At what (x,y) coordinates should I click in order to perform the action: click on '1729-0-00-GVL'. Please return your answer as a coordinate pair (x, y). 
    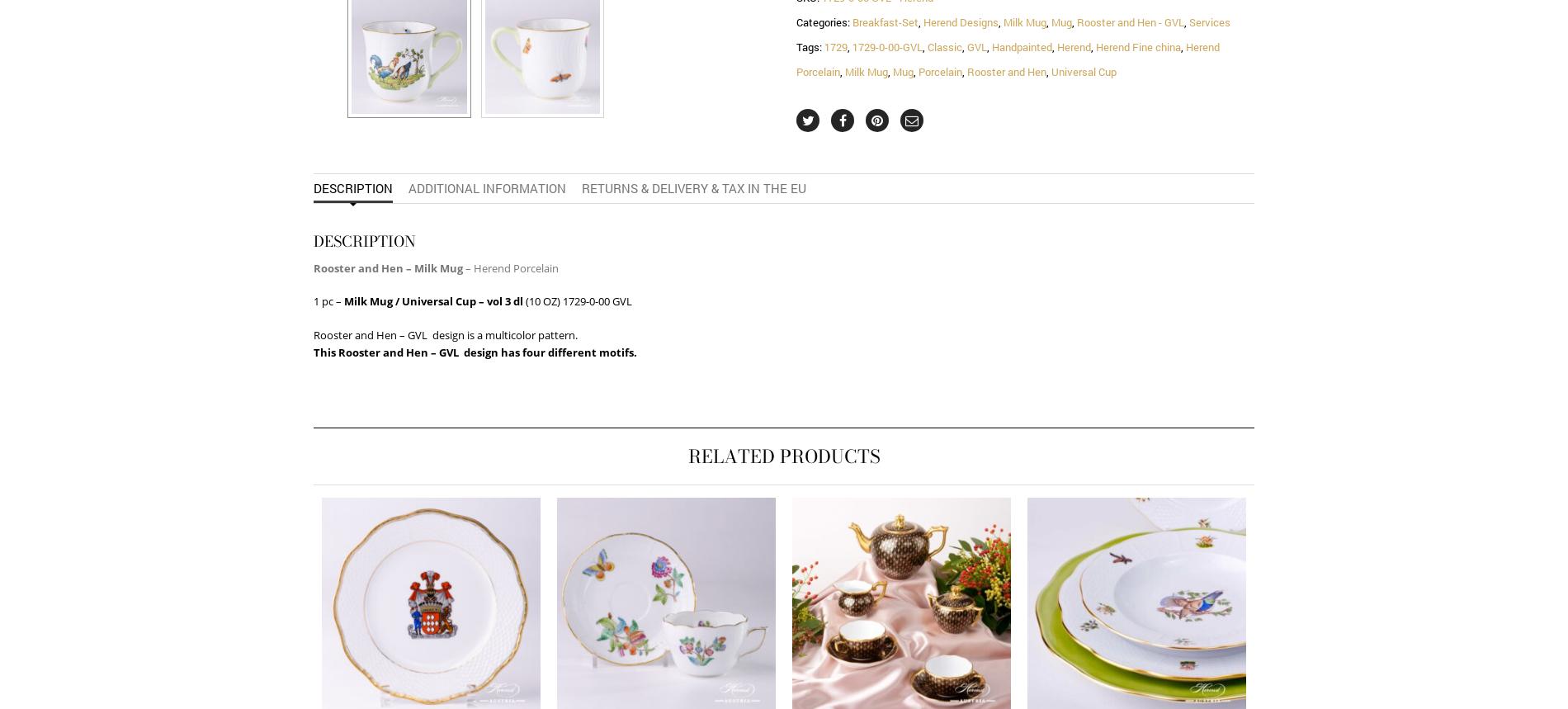
    Looking at the image, I should click on (887, 46).